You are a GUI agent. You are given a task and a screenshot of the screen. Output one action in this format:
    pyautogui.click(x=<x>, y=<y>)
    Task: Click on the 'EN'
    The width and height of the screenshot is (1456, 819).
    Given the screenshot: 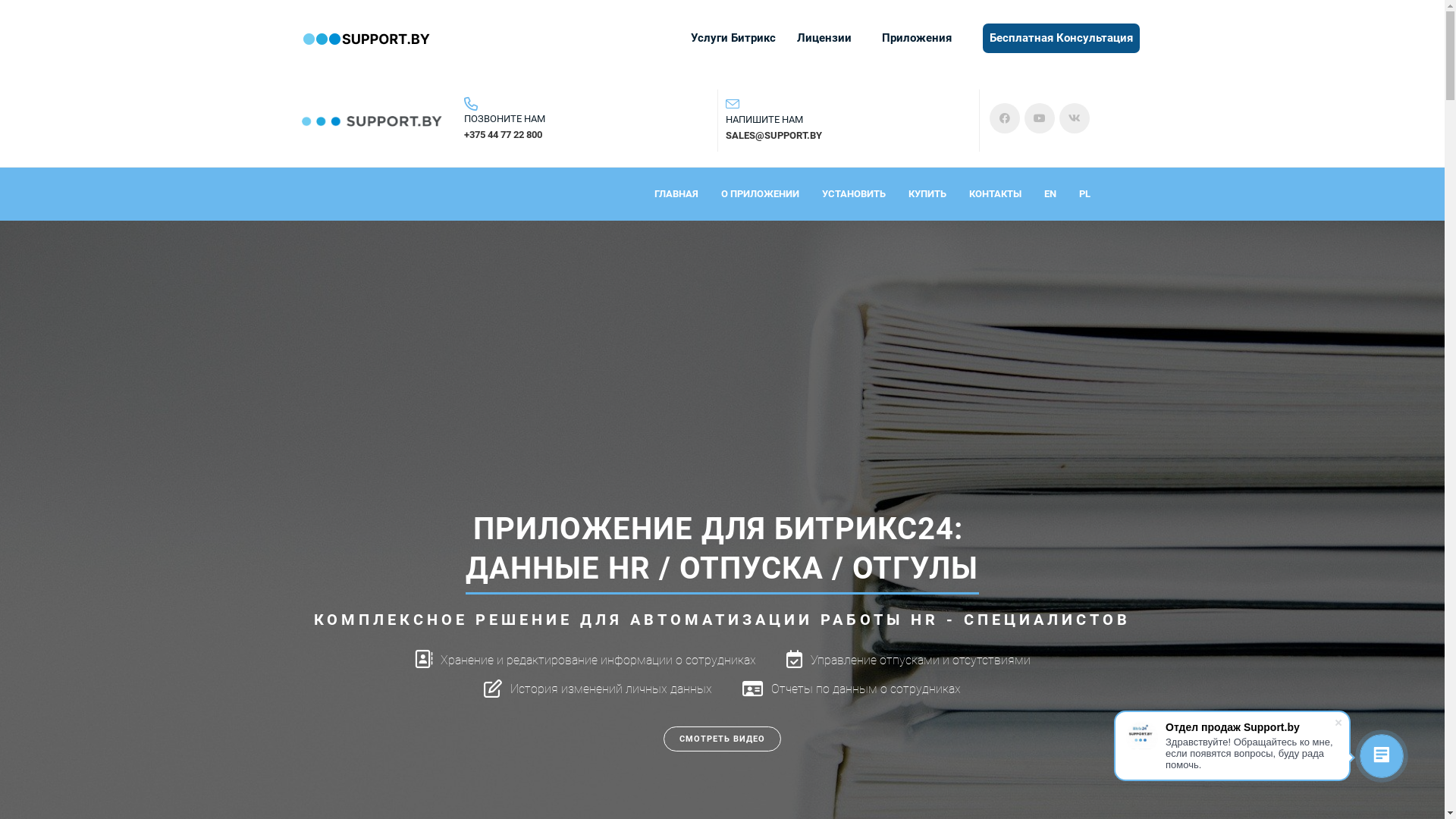 What is the action you would take?
    pyautogui.click(x=1043, y=193)
    